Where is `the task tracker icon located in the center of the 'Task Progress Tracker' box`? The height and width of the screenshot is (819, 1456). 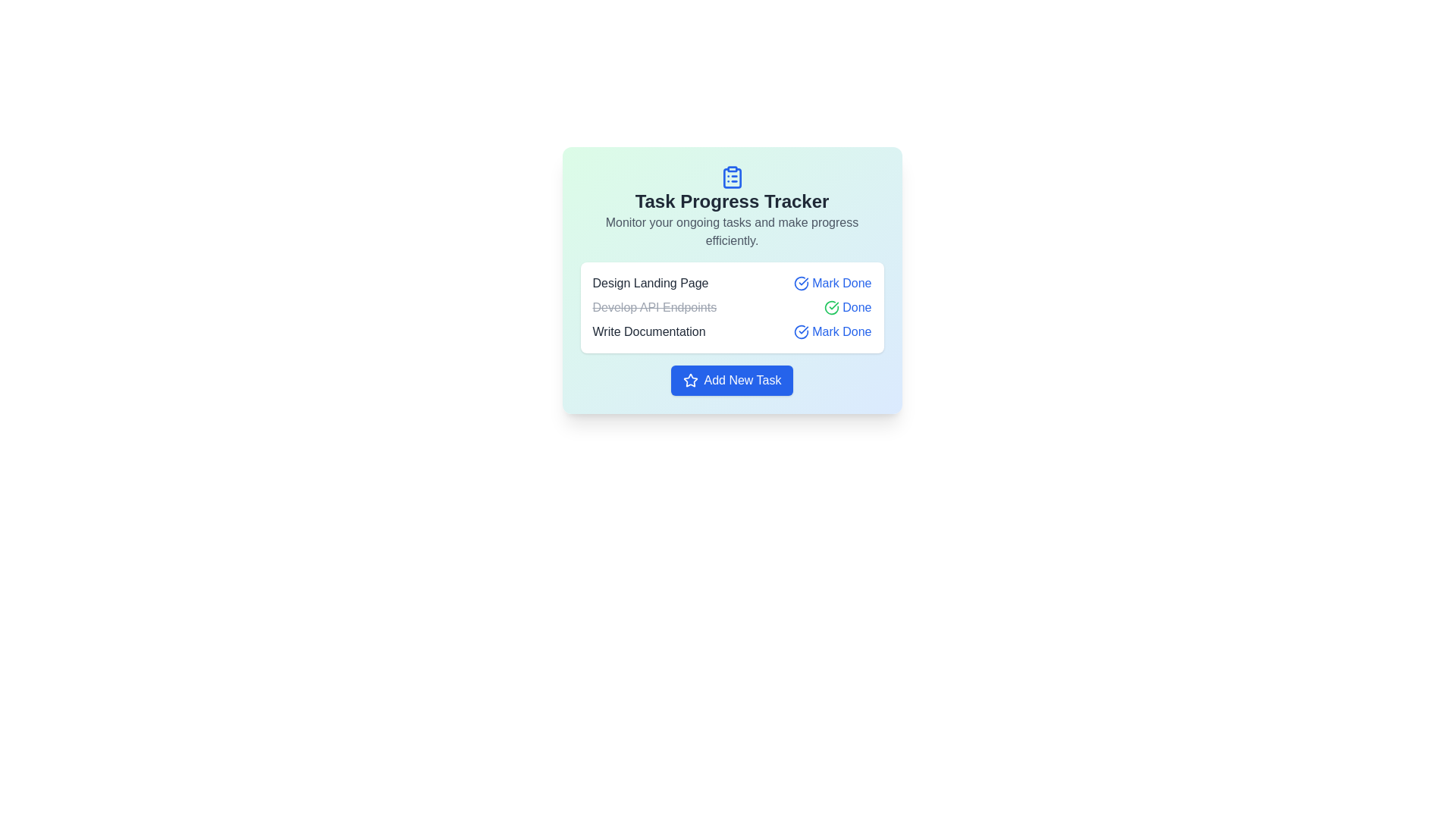 the task tracker icon located in the center of the 'Task Progress Tracker' box is located at coordinates (732, 177).